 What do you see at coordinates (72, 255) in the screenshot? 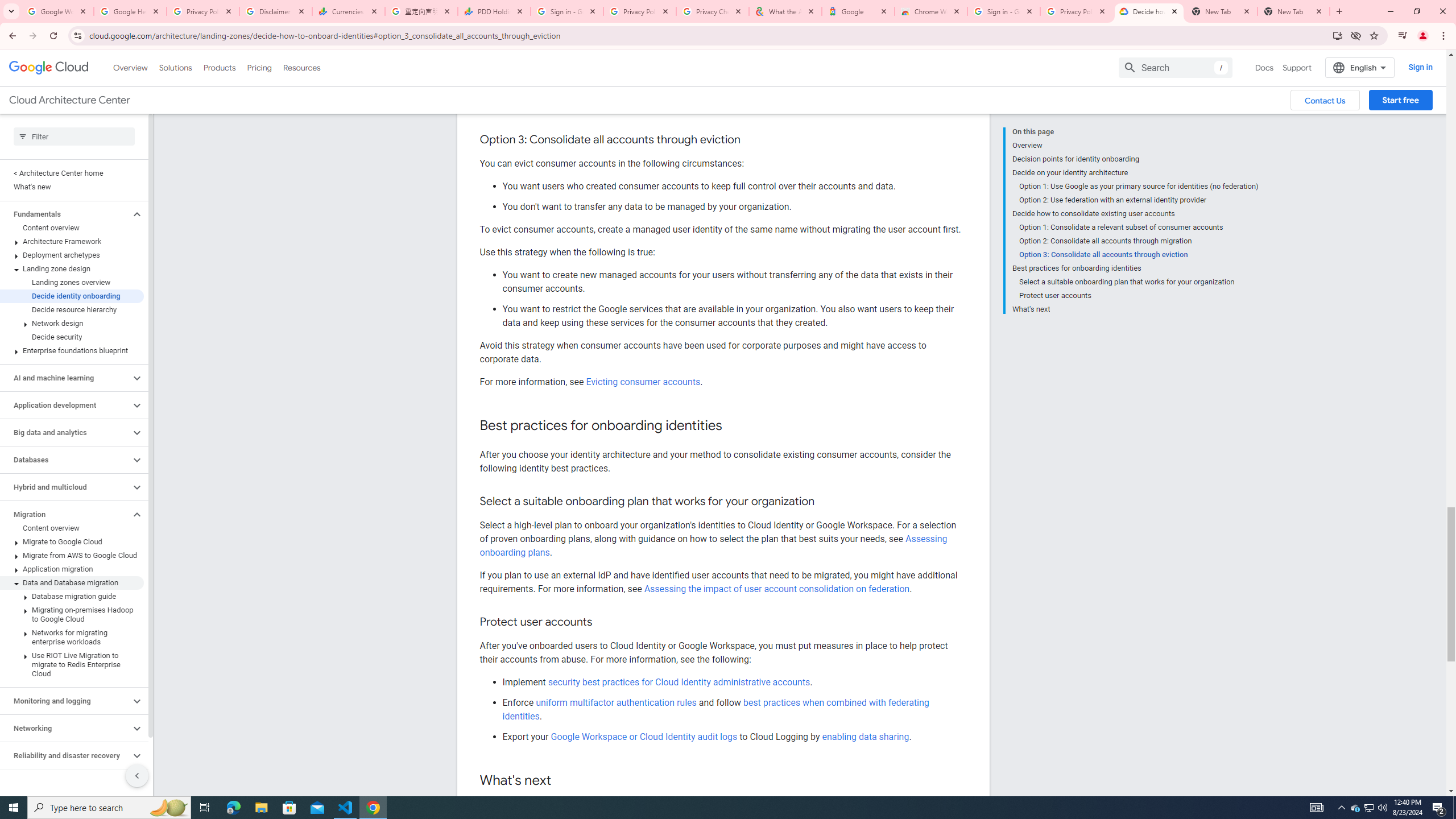
I see `'Deployment archetypes'` at bounding box center [72, 255].